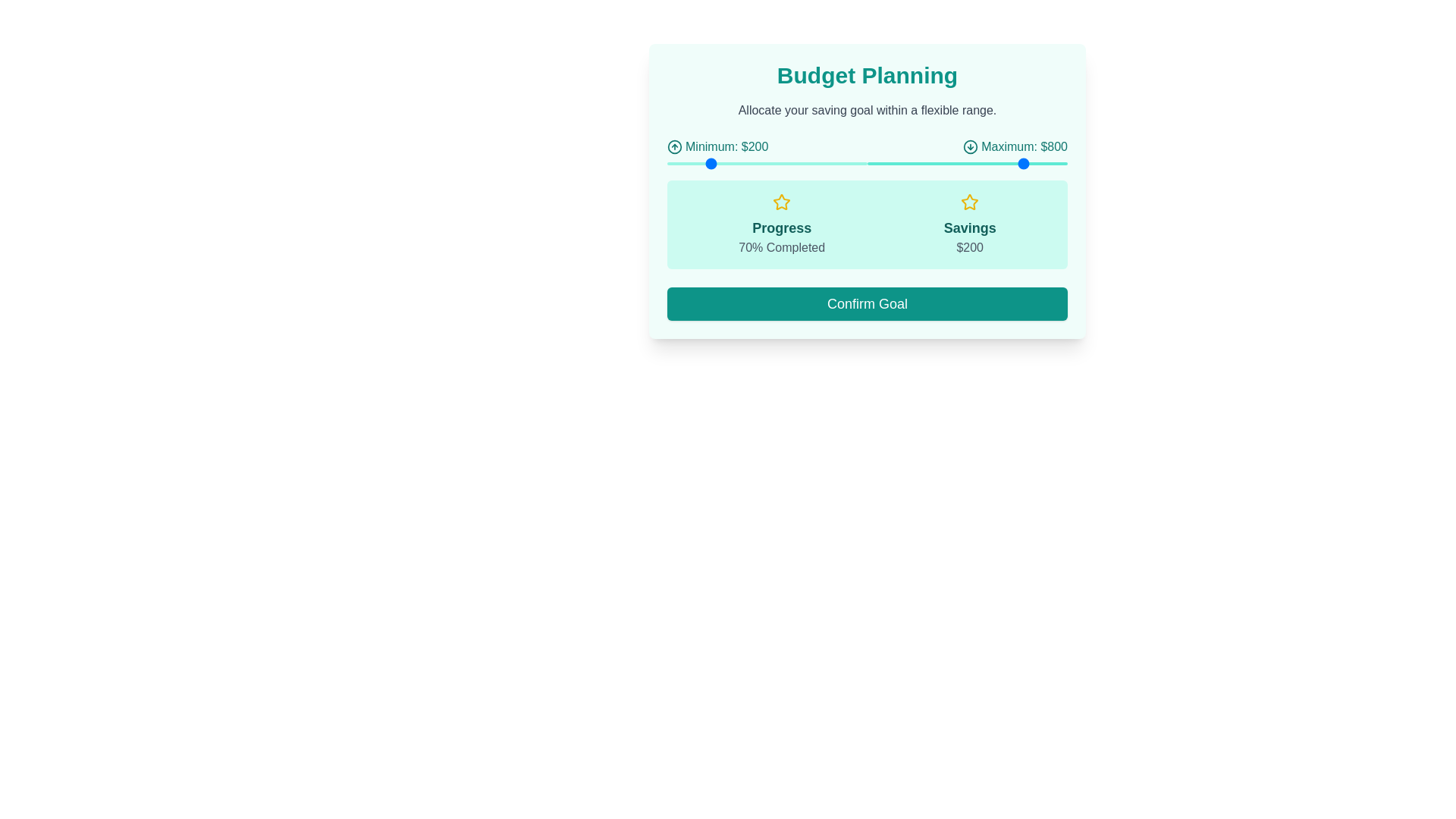 The height and width of the screenshot is (819, 1456). Describe the element at coordinates (703, 164) in the screenshot. I see `the slider value` at that location.